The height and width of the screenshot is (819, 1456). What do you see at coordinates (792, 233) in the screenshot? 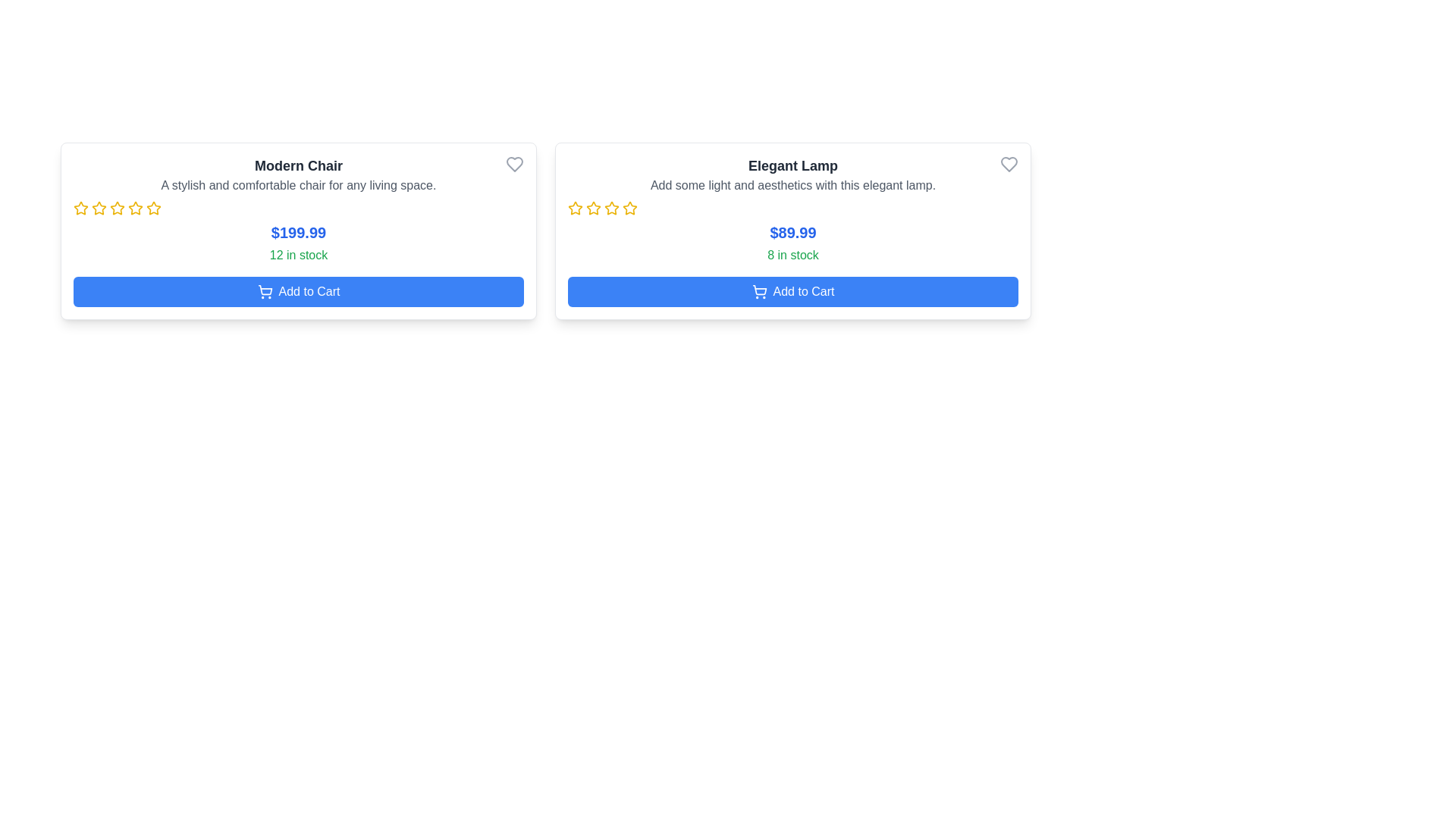
I see `the price display for the 'Elegant Lamp', which is located below the description text and star icons, and above the '8 in stock' text within its card` at bounding box center [792, 233].